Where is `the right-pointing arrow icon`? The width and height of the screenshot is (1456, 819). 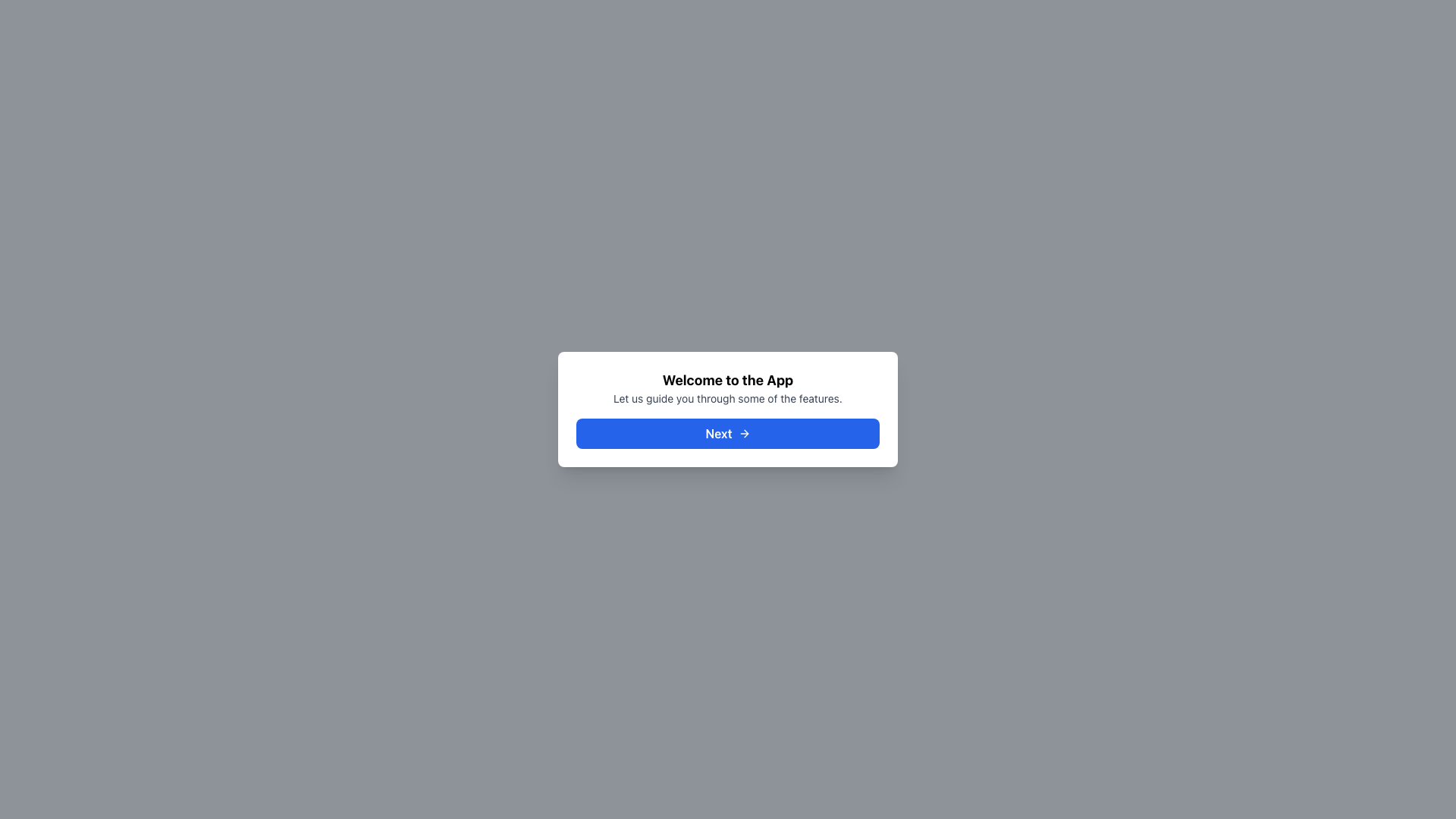 the right-pointing arrow icon is located at coordinates (745, 433).